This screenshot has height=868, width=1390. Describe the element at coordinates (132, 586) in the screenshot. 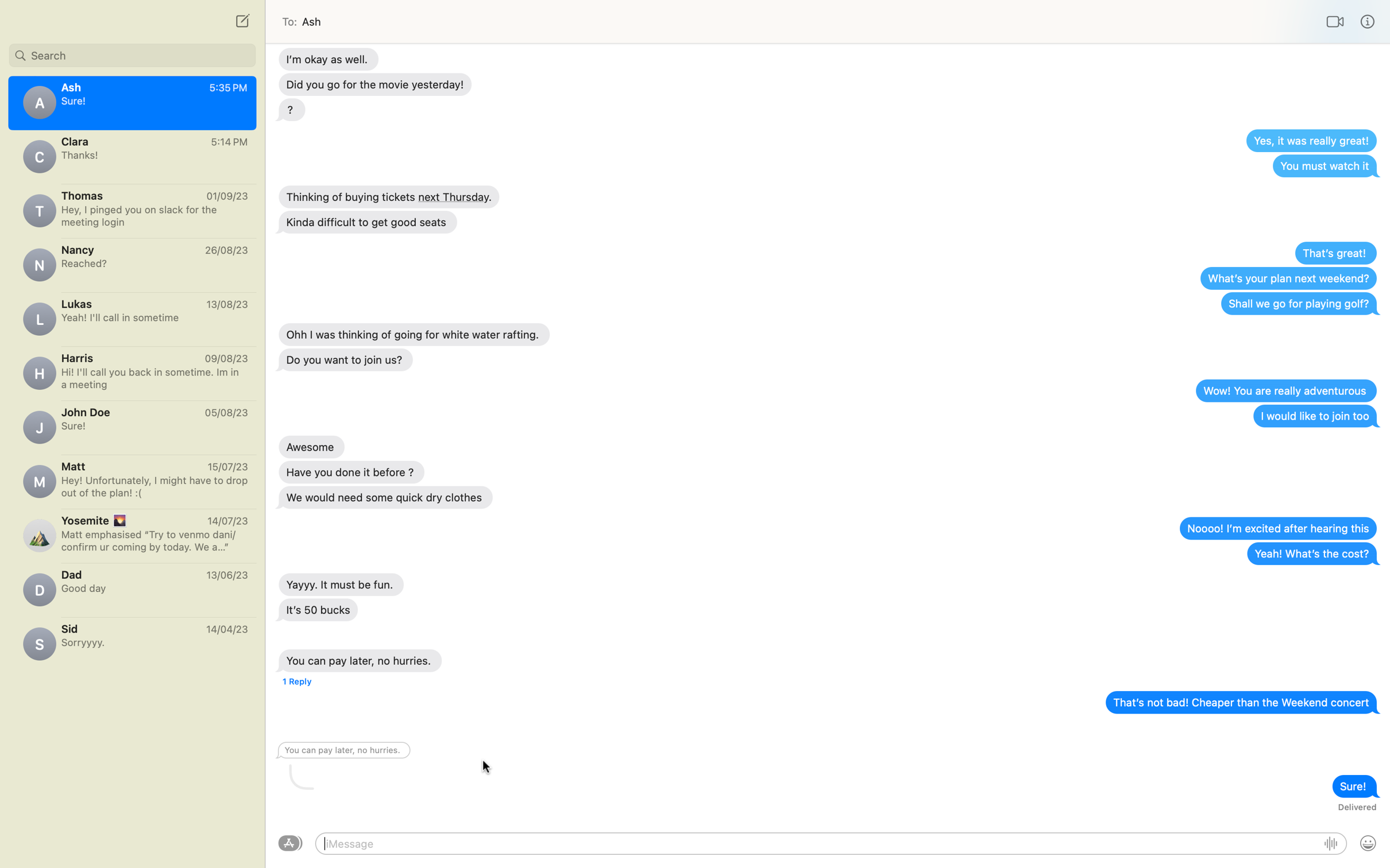

I see `Text "Love you" to dad` at that location.